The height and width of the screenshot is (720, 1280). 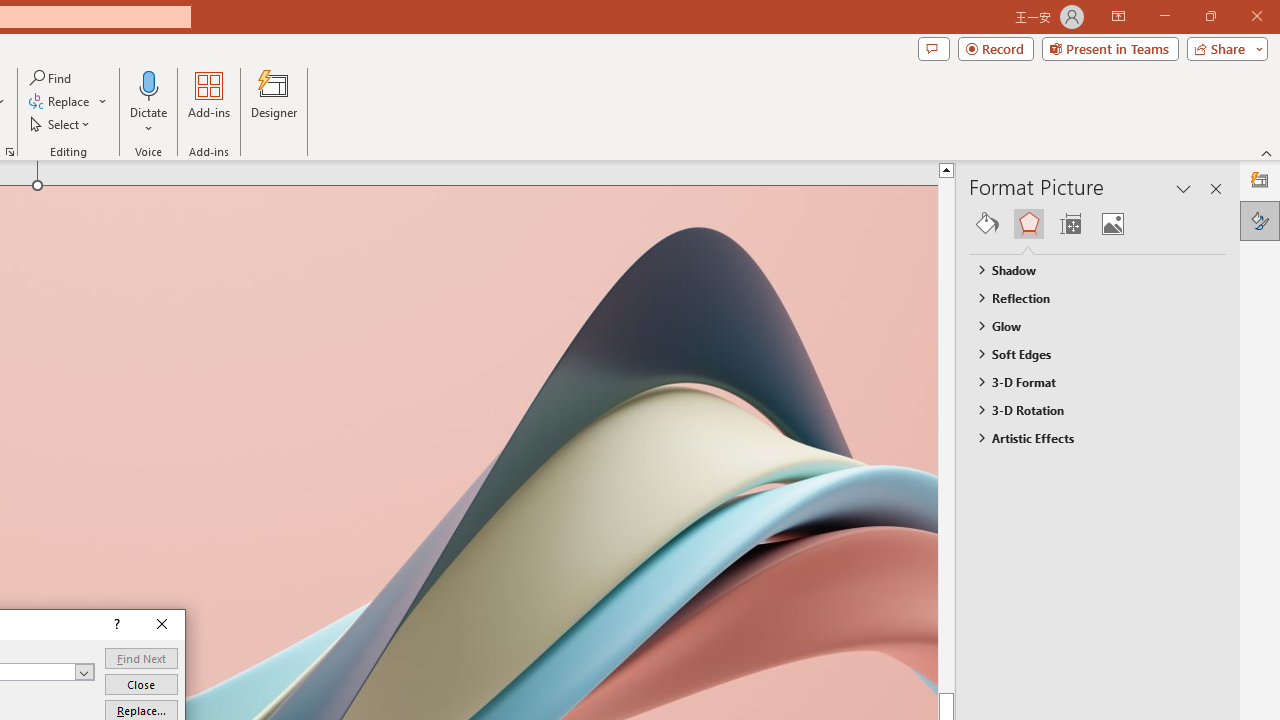 What do you see at coordinates (140, 658) in the screenshot?
I see `'Find Next'` at bounding box center [140, 658].